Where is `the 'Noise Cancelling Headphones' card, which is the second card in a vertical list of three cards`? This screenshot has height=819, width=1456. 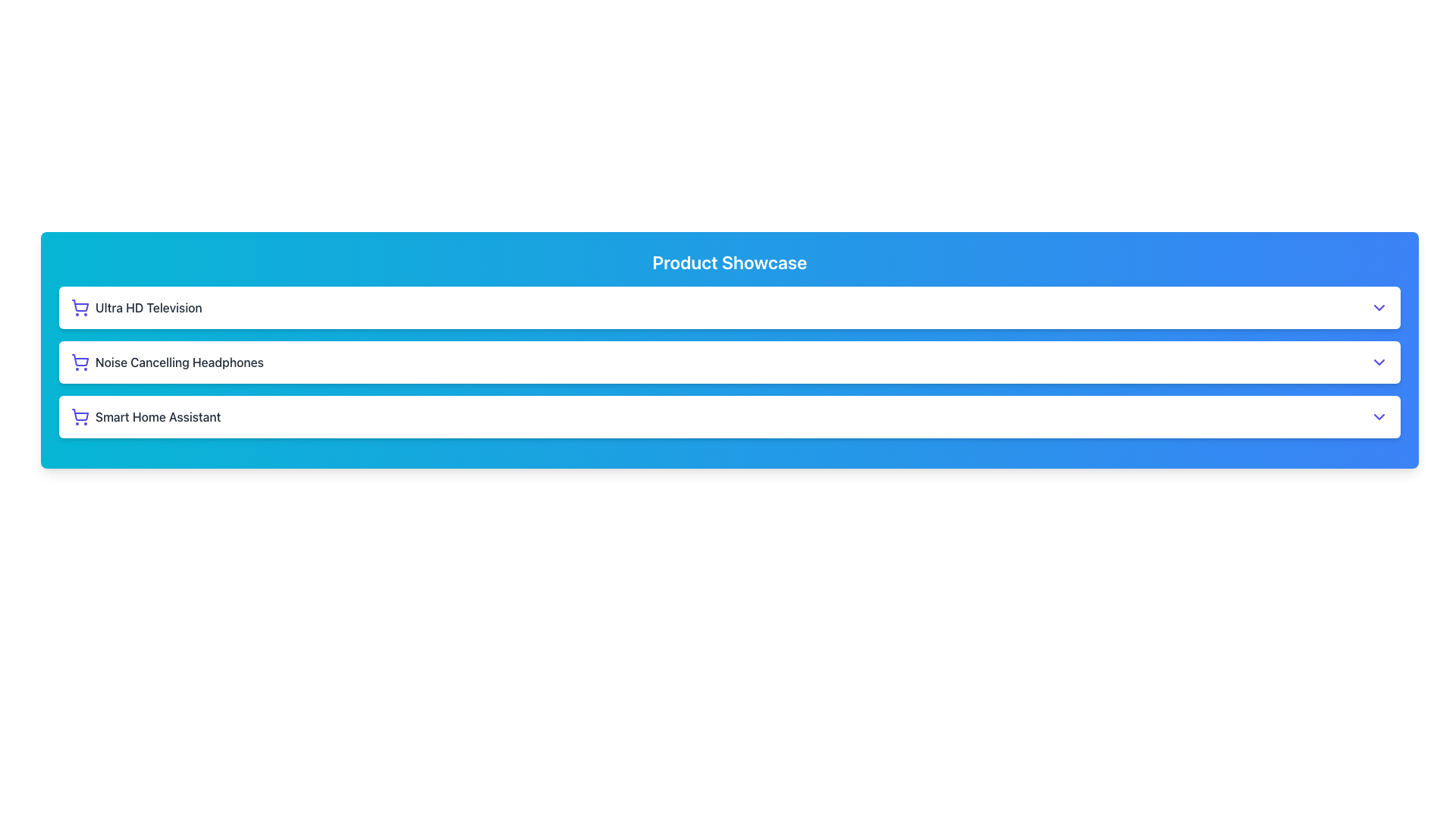 the 'Noise Cancelling Headphones' card, which is the second card in a vertical list of three cards is located at coordinates (730, 362).